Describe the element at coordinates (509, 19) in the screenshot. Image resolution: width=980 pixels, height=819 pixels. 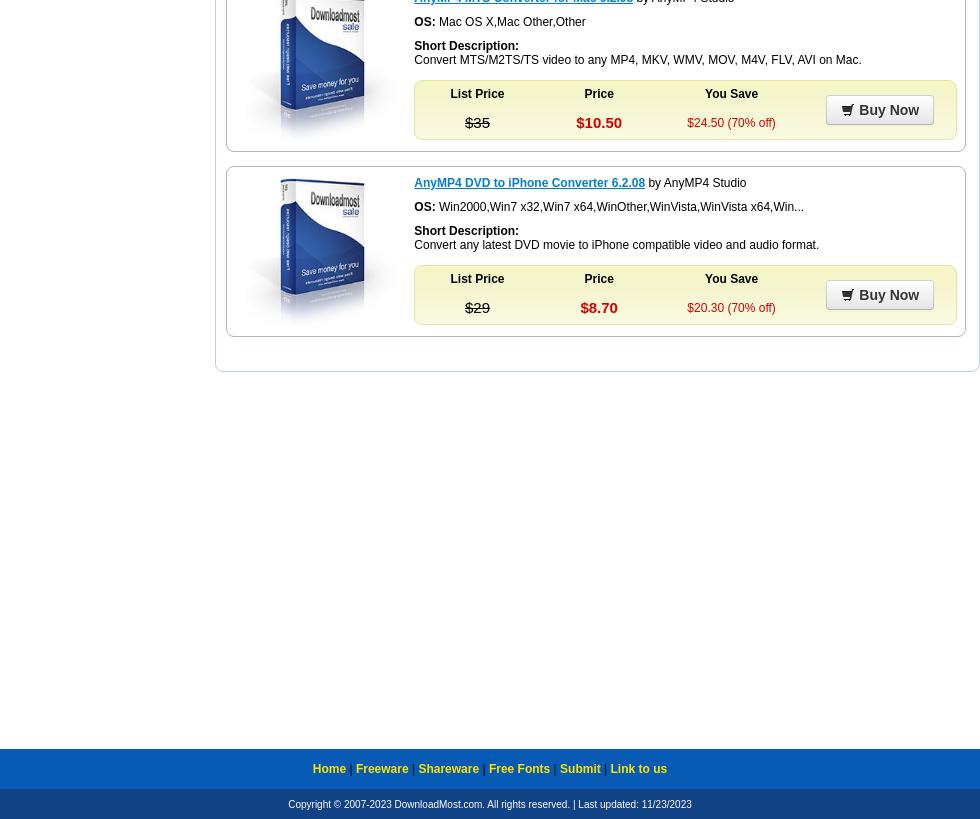
I see `'Mac OS X,Mac Other,Other'` at that location.